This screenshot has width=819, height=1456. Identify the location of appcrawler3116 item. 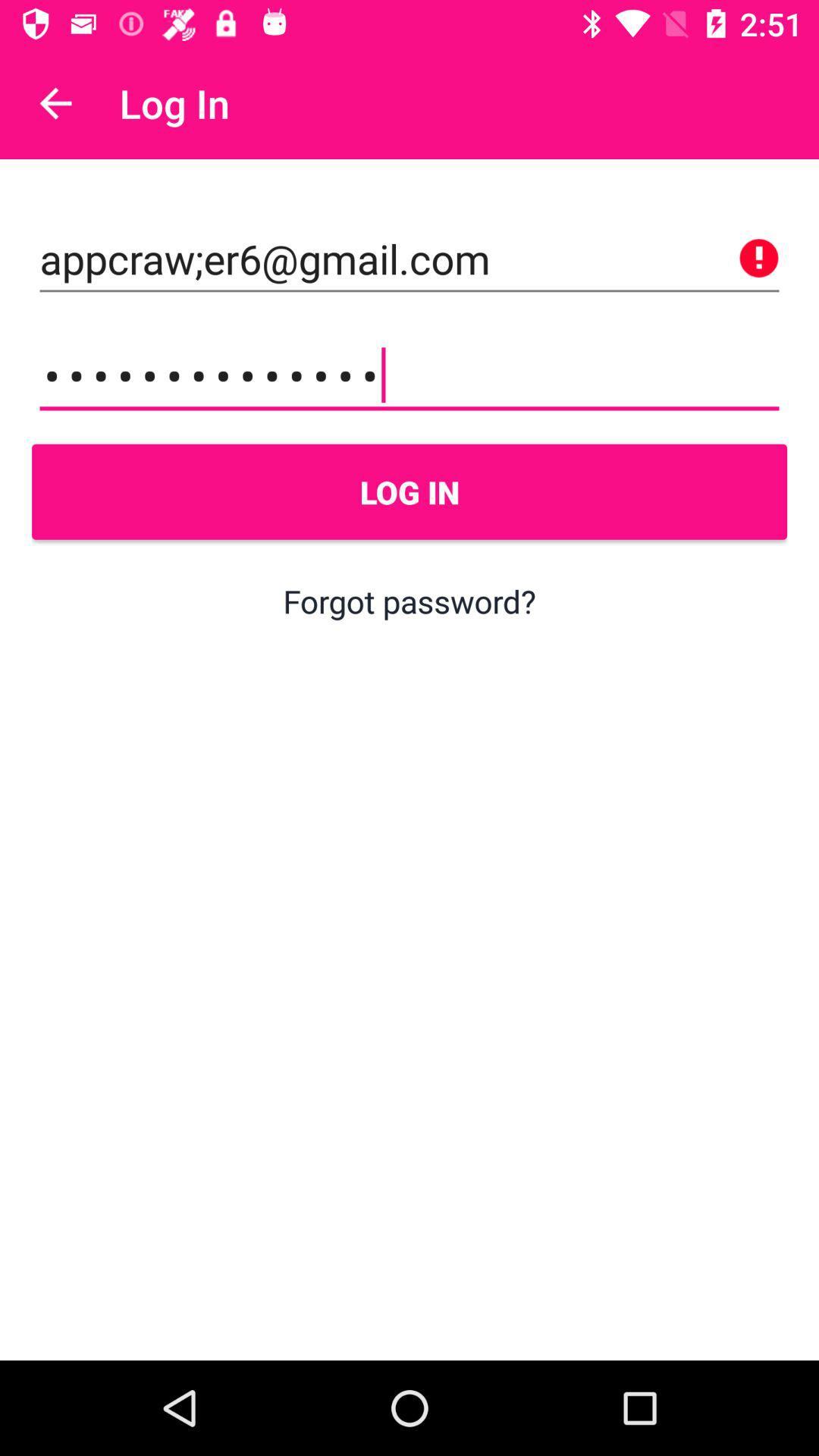
(409, 375).